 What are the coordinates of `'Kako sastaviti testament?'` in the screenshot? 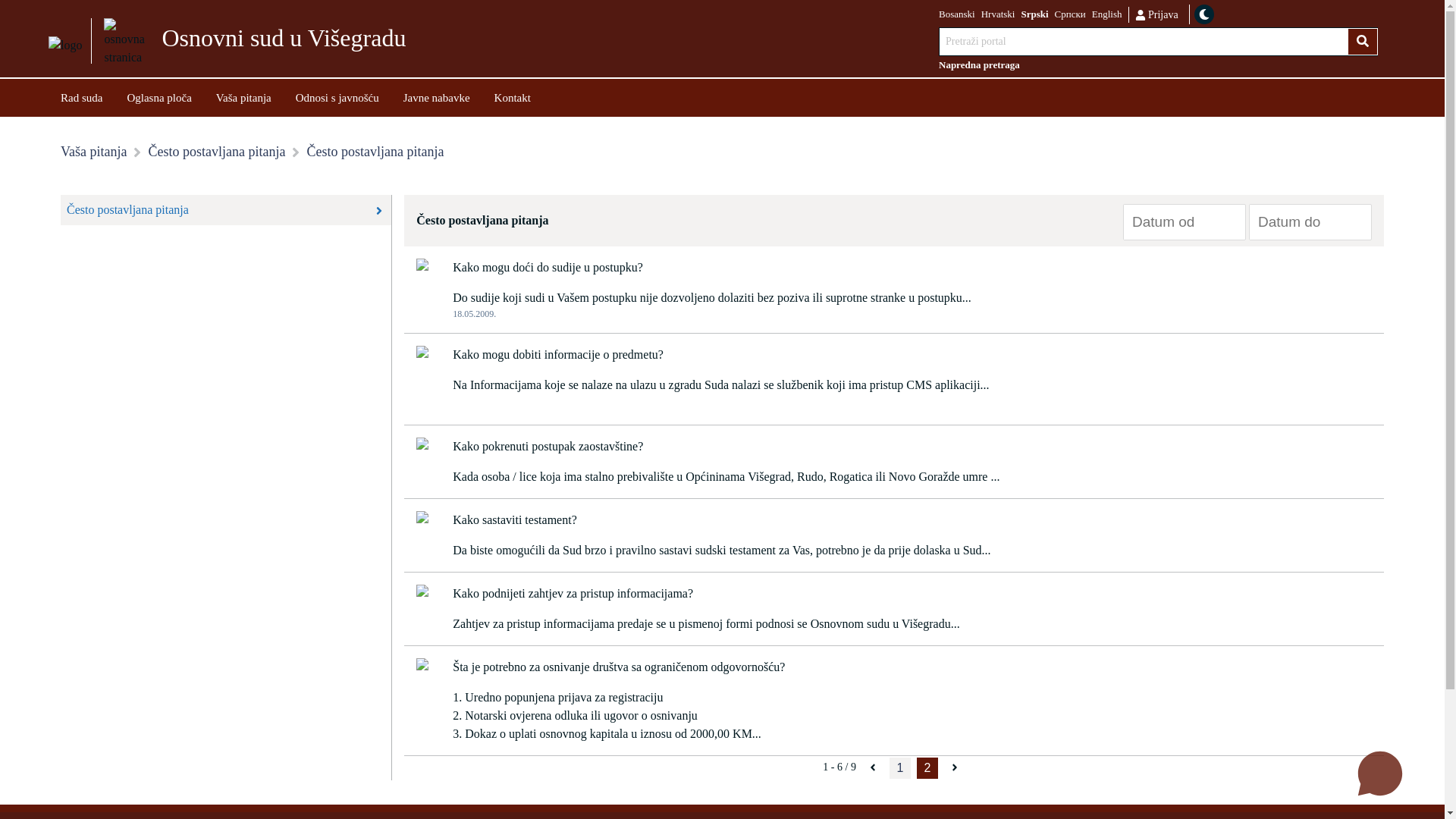 It's located at (514, 519).